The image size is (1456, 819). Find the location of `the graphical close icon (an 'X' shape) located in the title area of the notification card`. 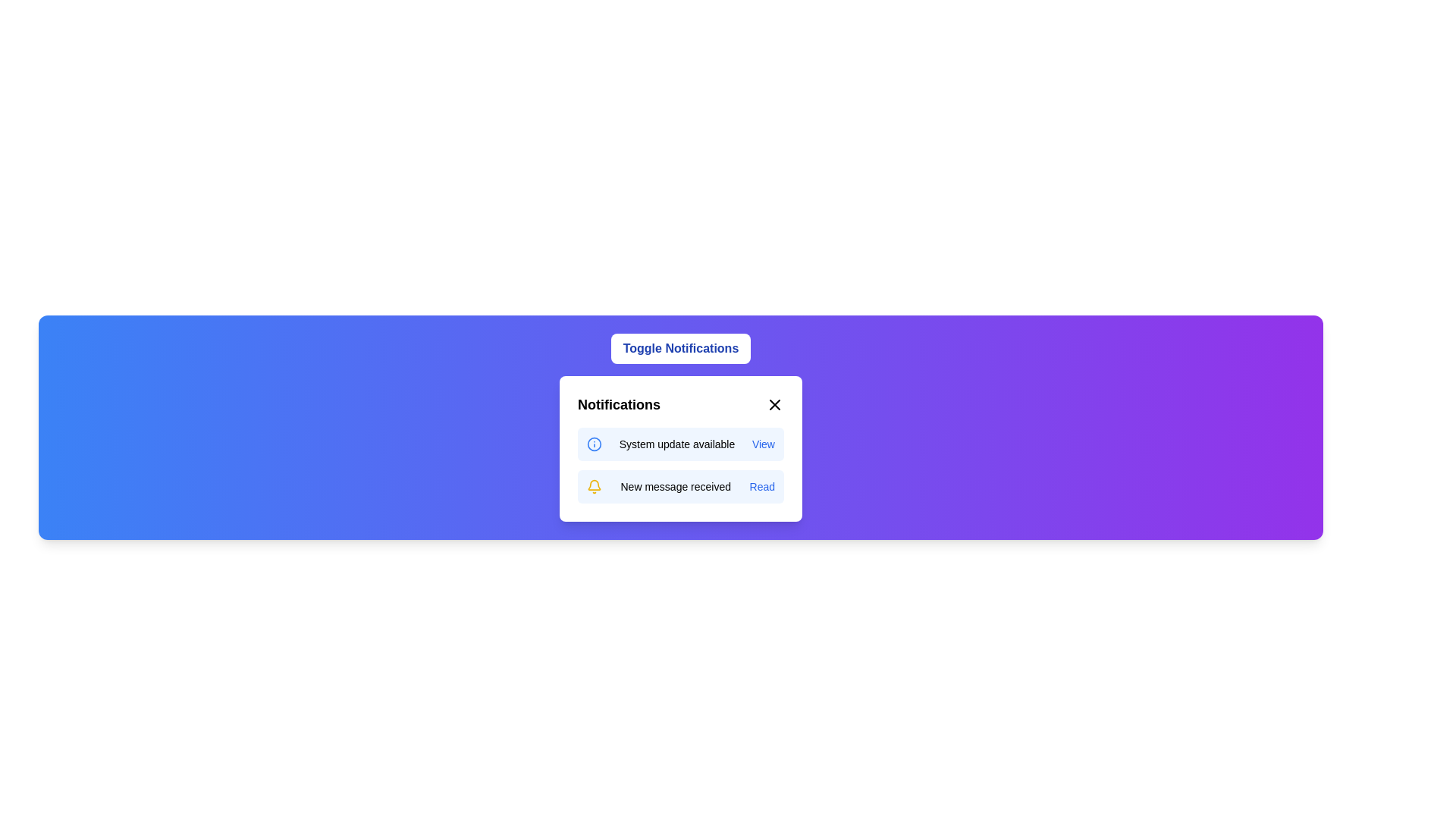

the graphical close icon (an 'X' shape) located in the title area of the notification card is located at coordinates (775, 403).